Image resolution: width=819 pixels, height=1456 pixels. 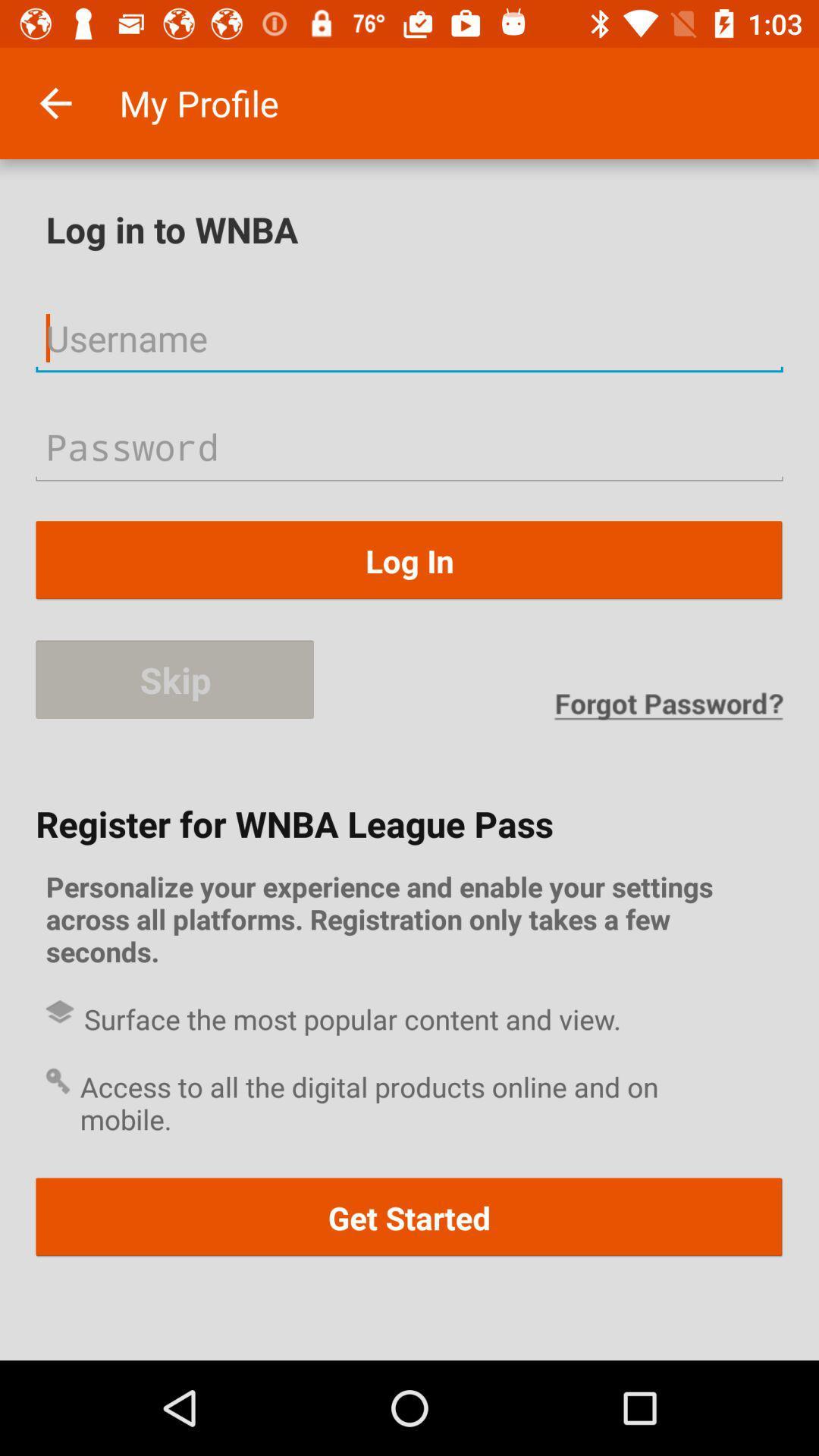 What do you see at coordinates (667, 705) in the screenshot?
I see `password reset` at bounding box center [667, 705].